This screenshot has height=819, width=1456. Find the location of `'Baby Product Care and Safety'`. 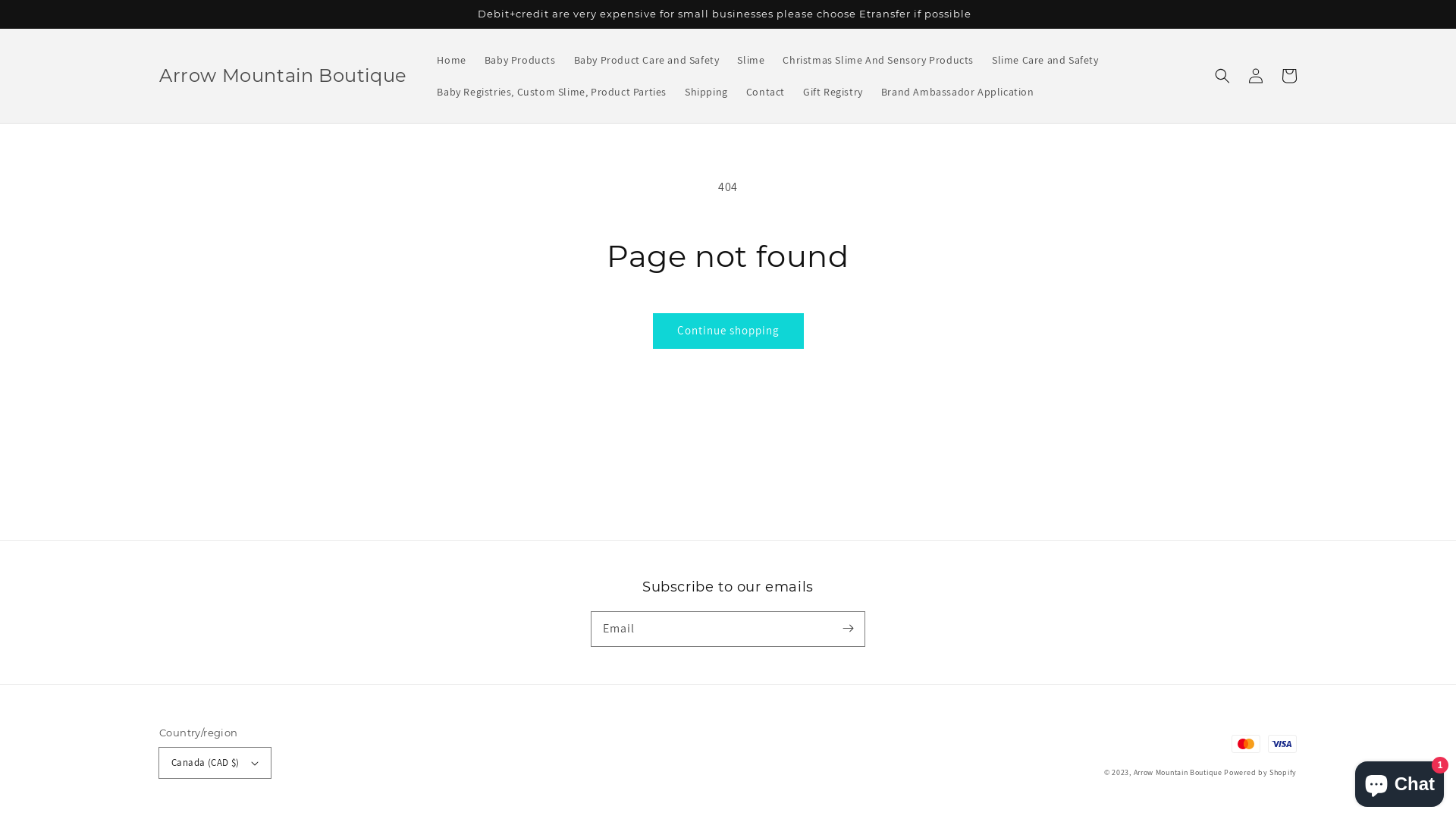

'Baby Product Care and Safety' is located at coordinates (563, 58).